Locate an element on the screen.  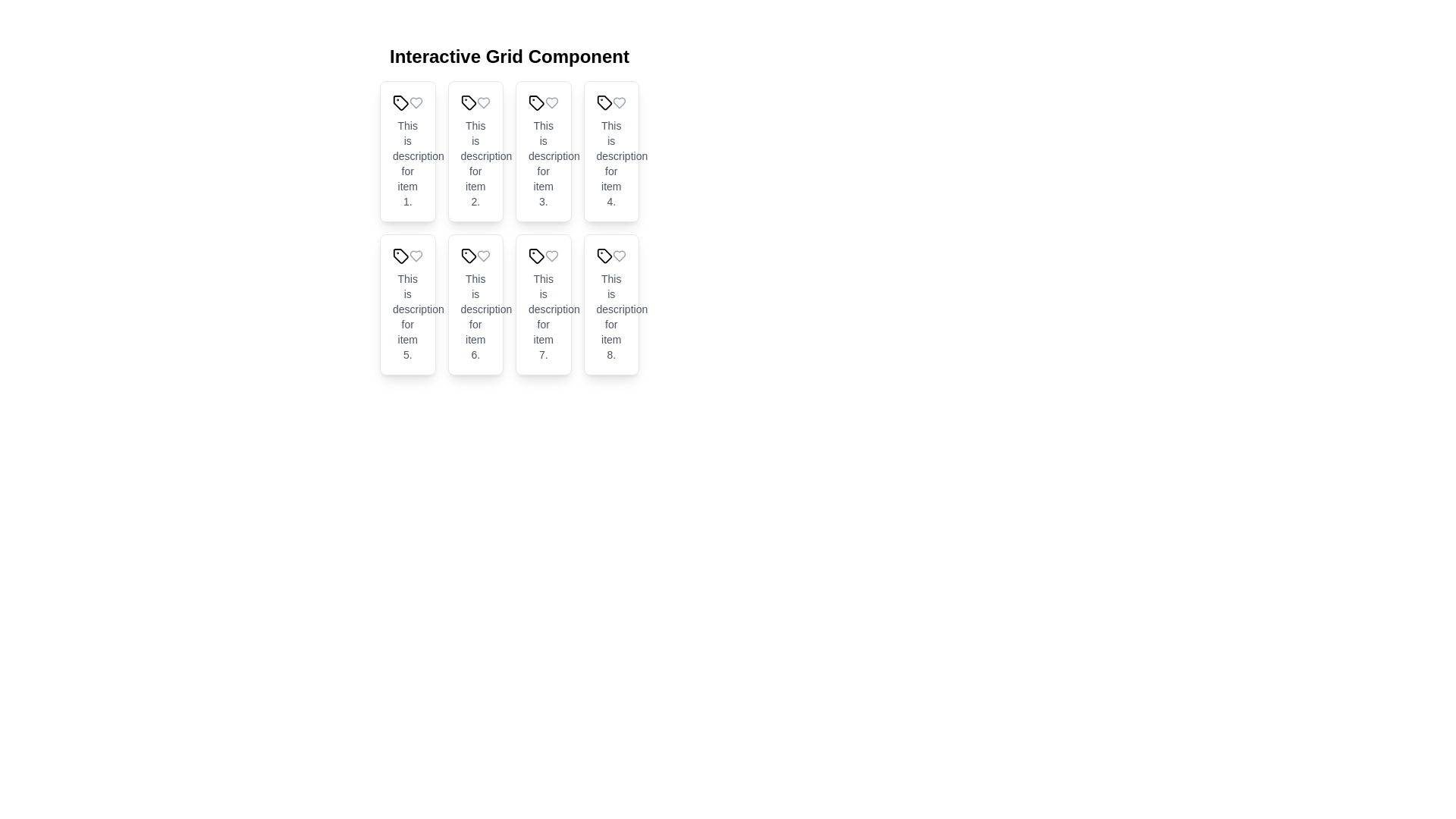
the icon pair consisting of a black tag icon and a gray outlined heart icon, located in the sixth tile of the grid layout is located at coordinates (475, 256).